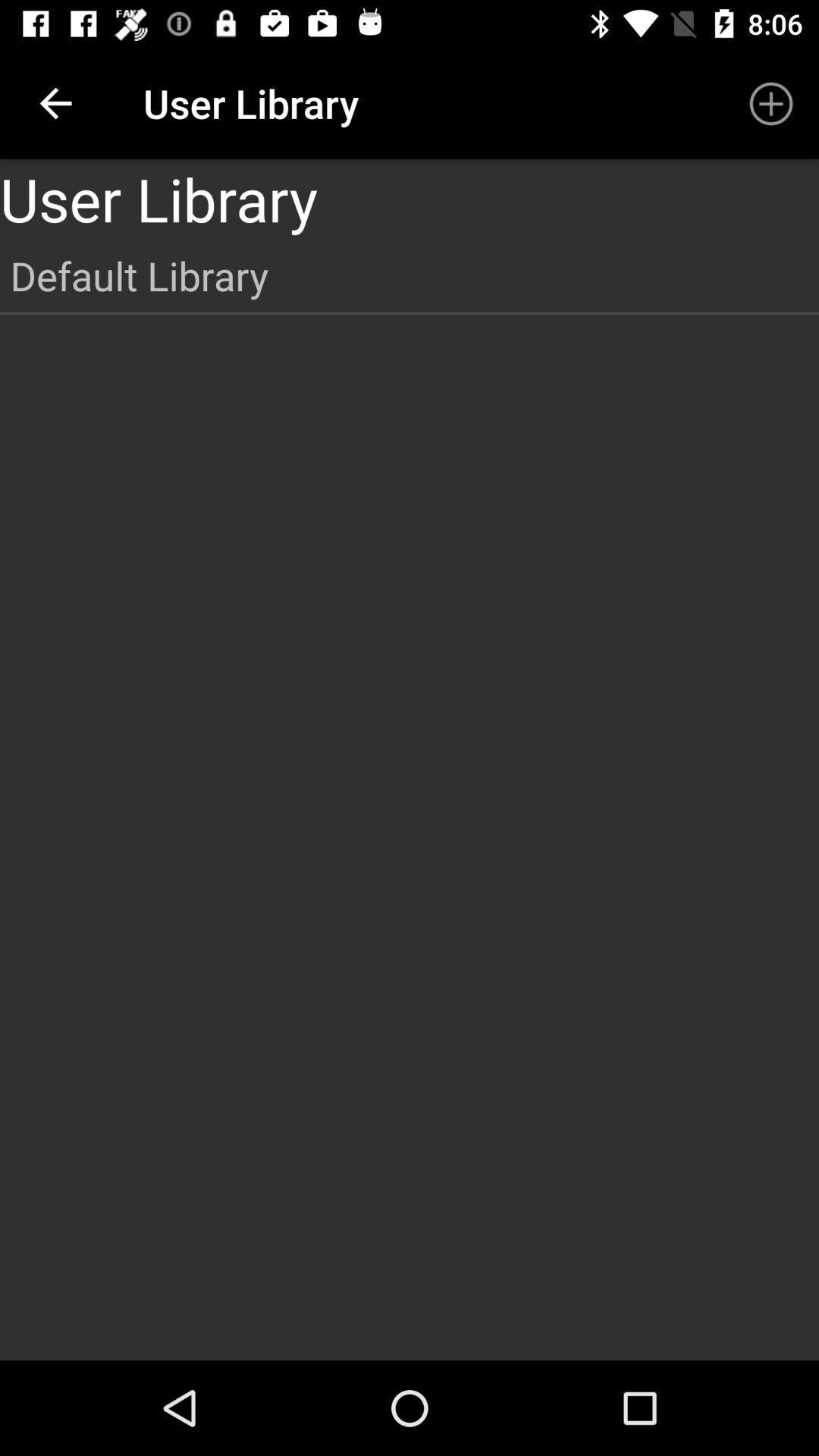  What do you see at coordinates (771, 102) in the screenshot?
I see `the item at the top right corner` at bounding box center [771, 102].